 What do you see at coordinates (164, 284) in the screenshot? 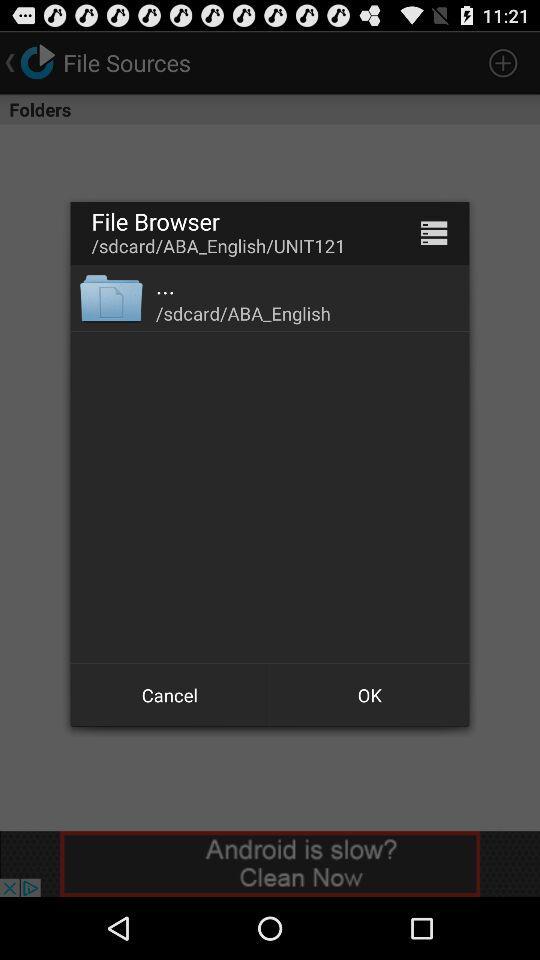
I see `the ... app` at bounding box center [164, 284].